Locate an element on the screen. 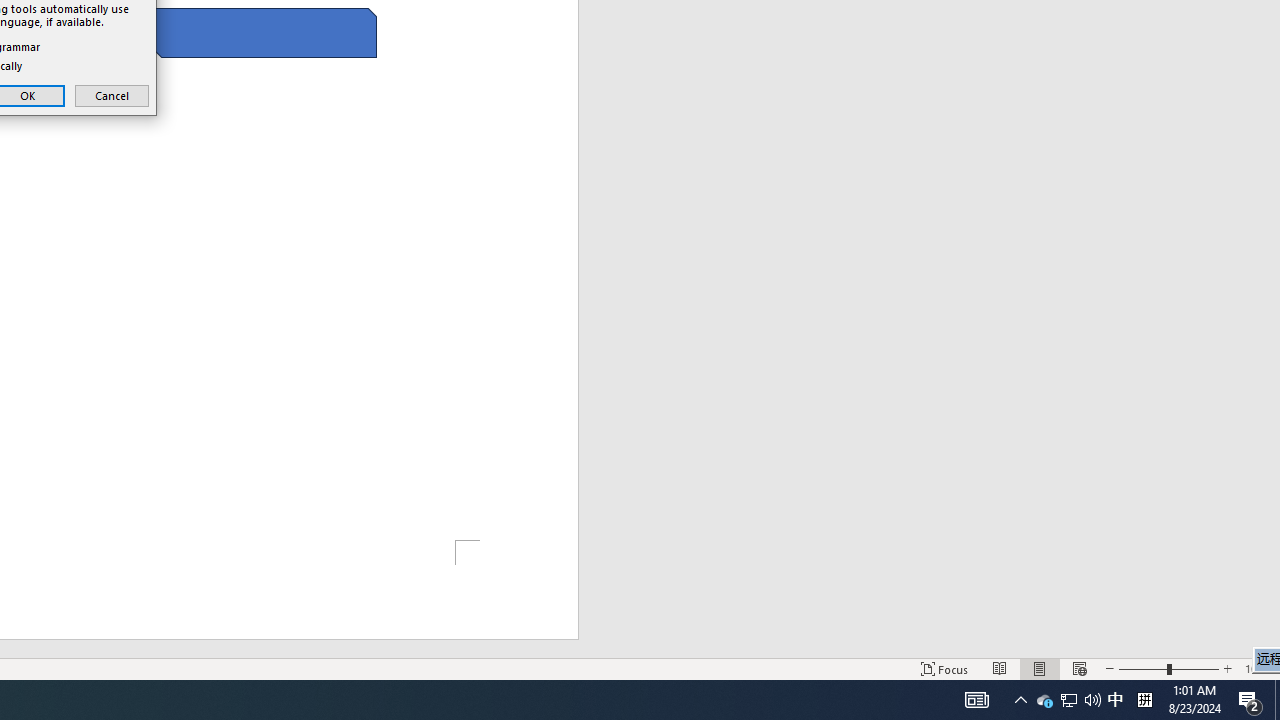 The height and width of the screenshot is (720, 1280). 'Tray Input Indicator - Chinese (Simplified, China)' is located at coordinates (1144, 698).